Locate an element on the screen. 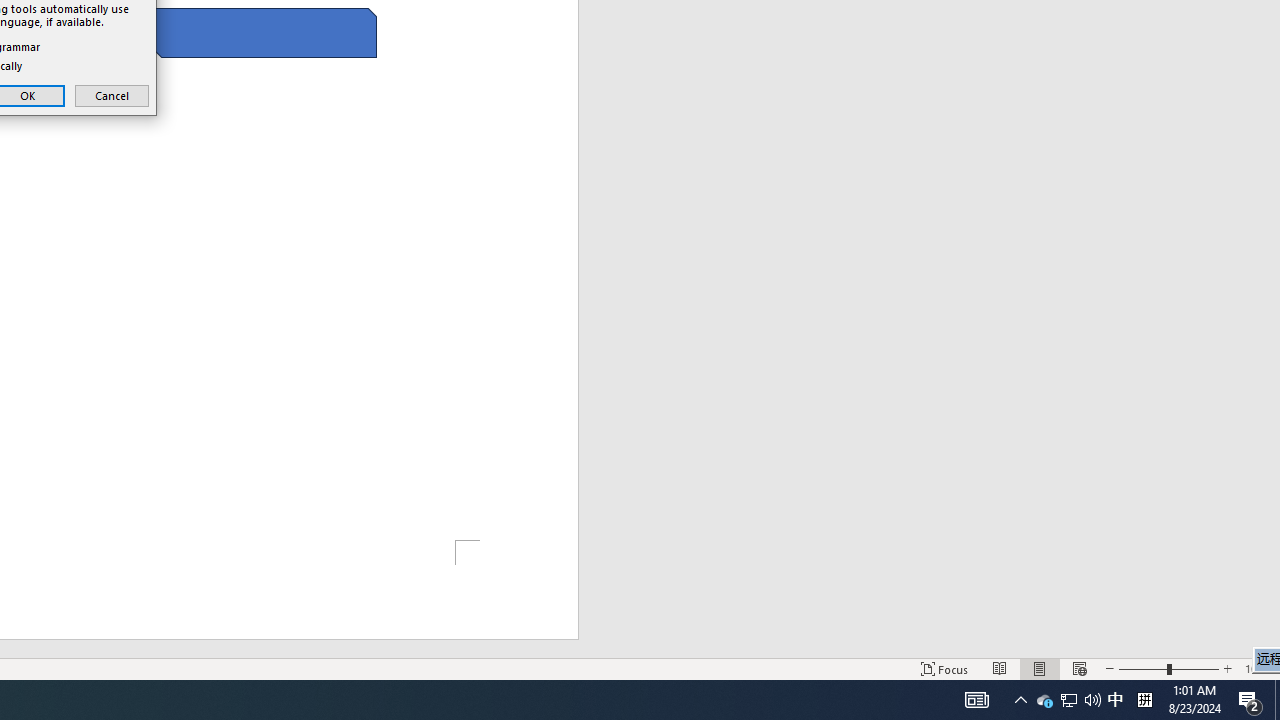 The height and width of the screenshot is (720, 1280). 'Tray Input Indicator - Chinese (Simplified, China)' is located at coordinates (1144, 698).